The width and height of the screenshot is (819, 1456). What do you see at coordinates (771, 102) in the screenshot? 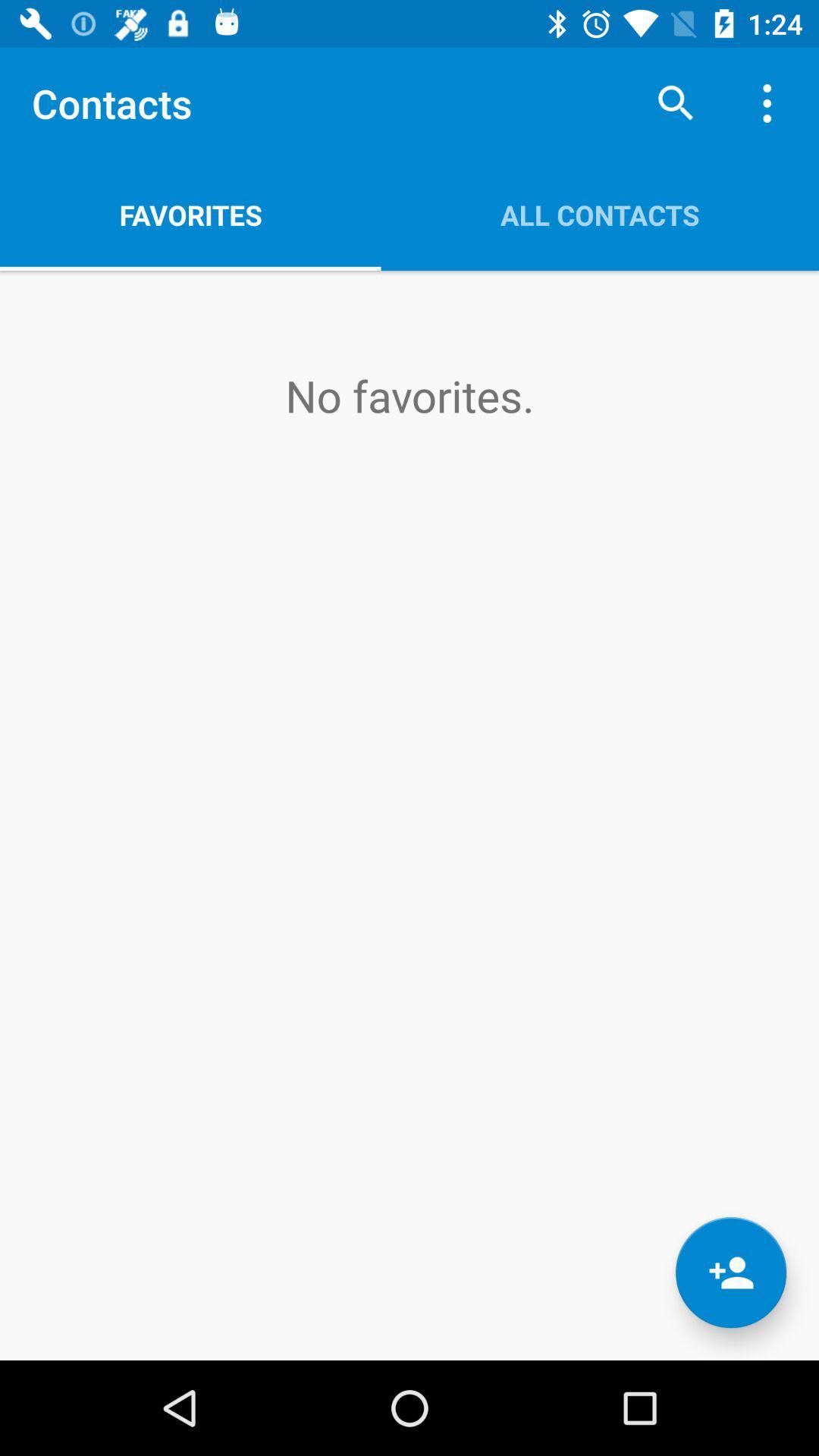
I see `app above all contacts item` at bounding box center [771, 102].